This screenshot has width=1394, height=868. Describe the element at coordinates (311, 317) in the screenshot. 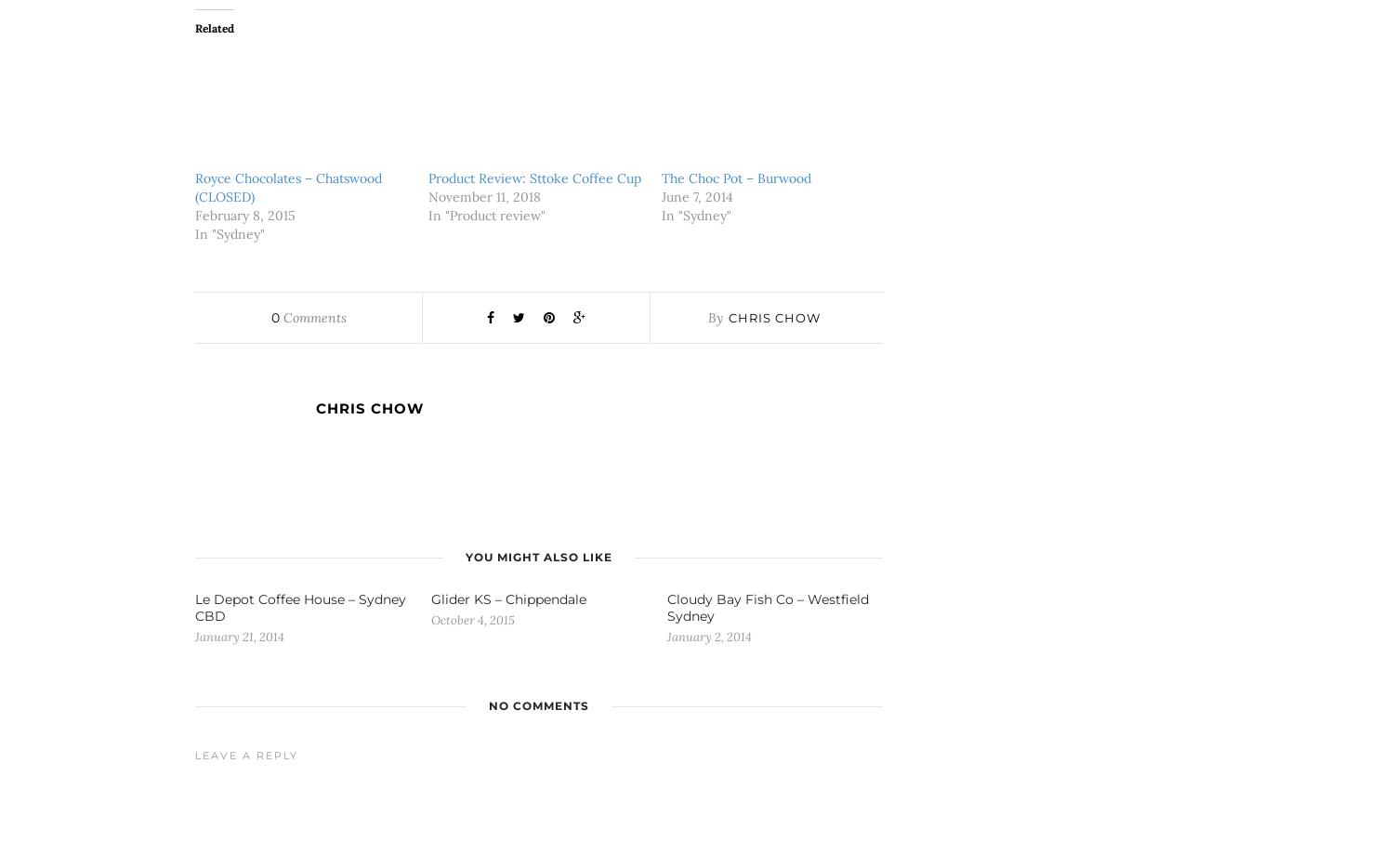

I see `'Comments'` at that location.